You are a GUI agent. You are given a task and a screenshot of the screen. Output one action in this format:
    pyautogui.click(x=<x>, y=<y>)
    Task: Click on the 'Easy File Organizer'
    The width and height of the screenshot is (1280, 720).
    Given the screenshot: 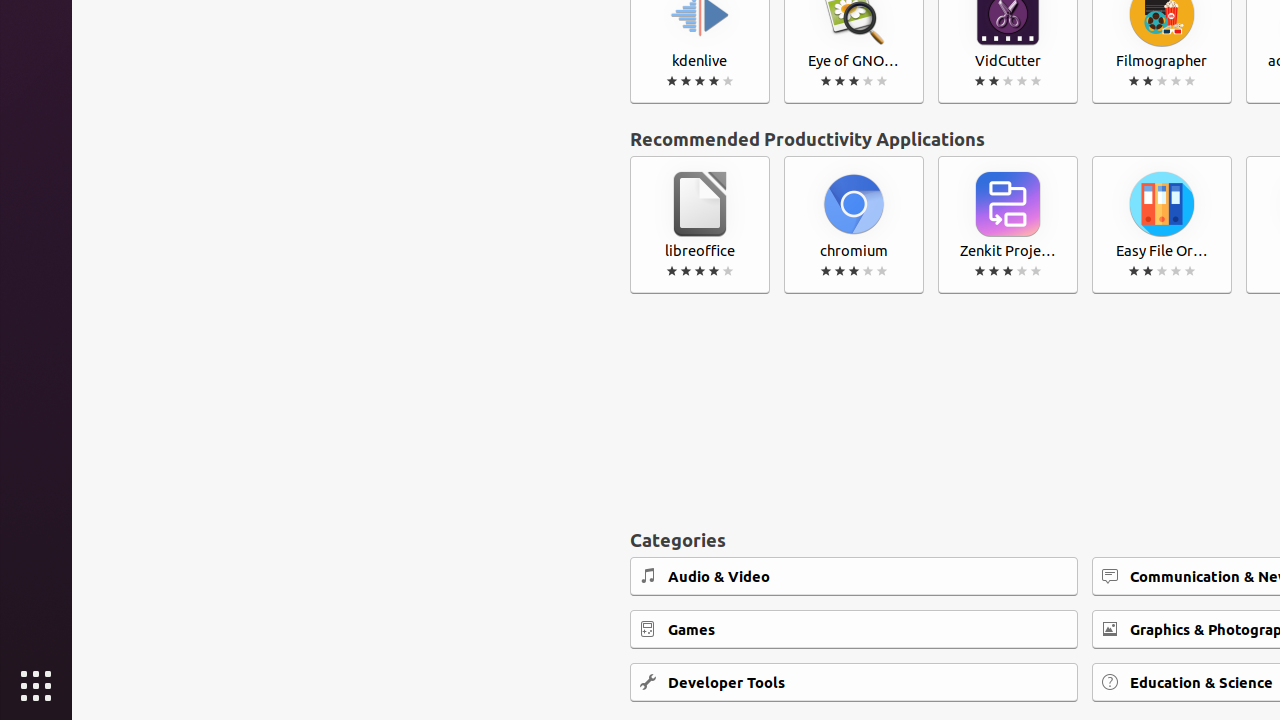 What is the action you would take?
    pyautogui.click(x=1161, y=225)
    